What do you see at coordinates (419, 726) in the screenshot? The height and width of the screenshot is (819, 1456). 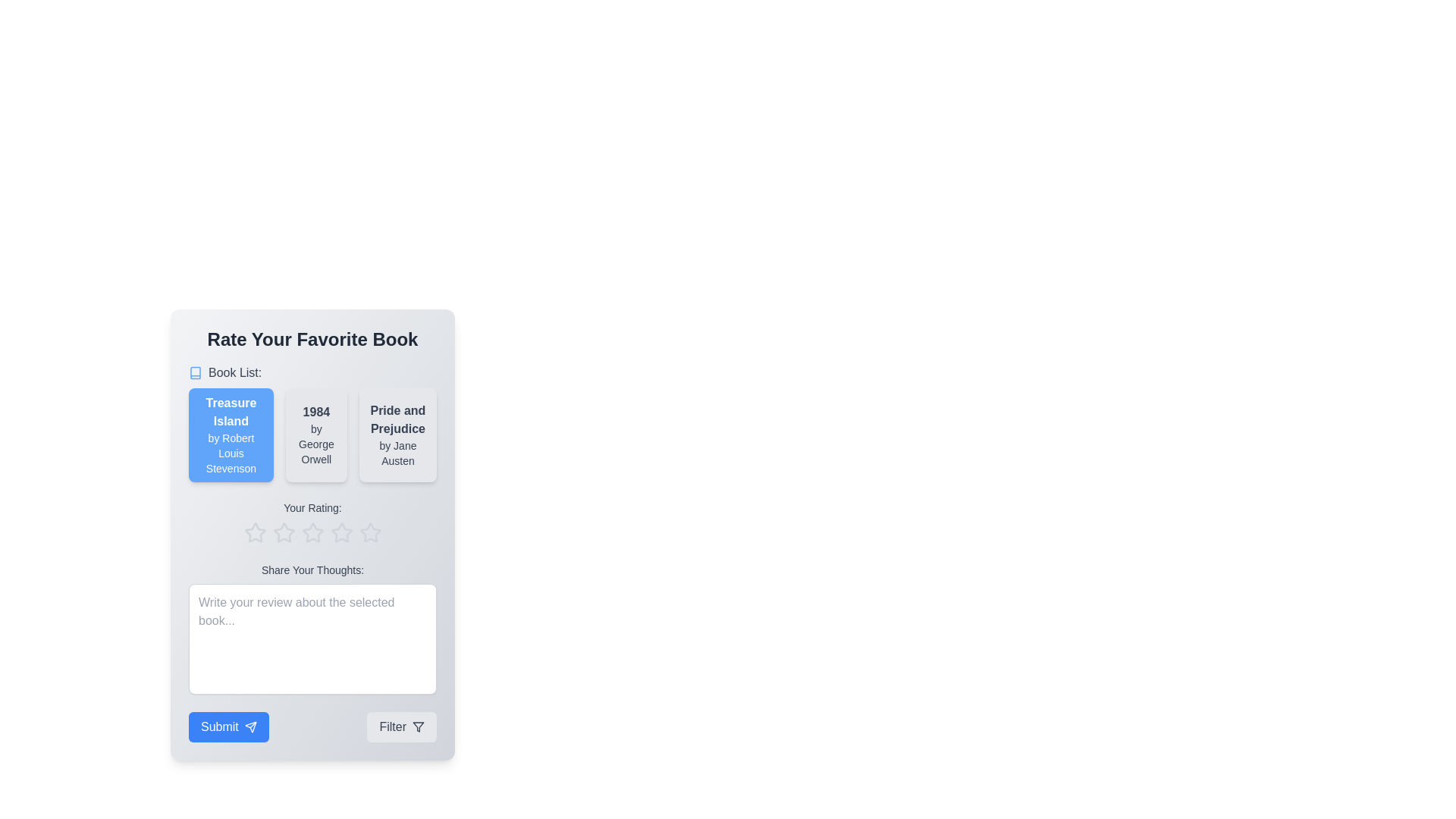 I see `the 'Filter' button that contains the funnel icon` at bounding box center [419, 726].